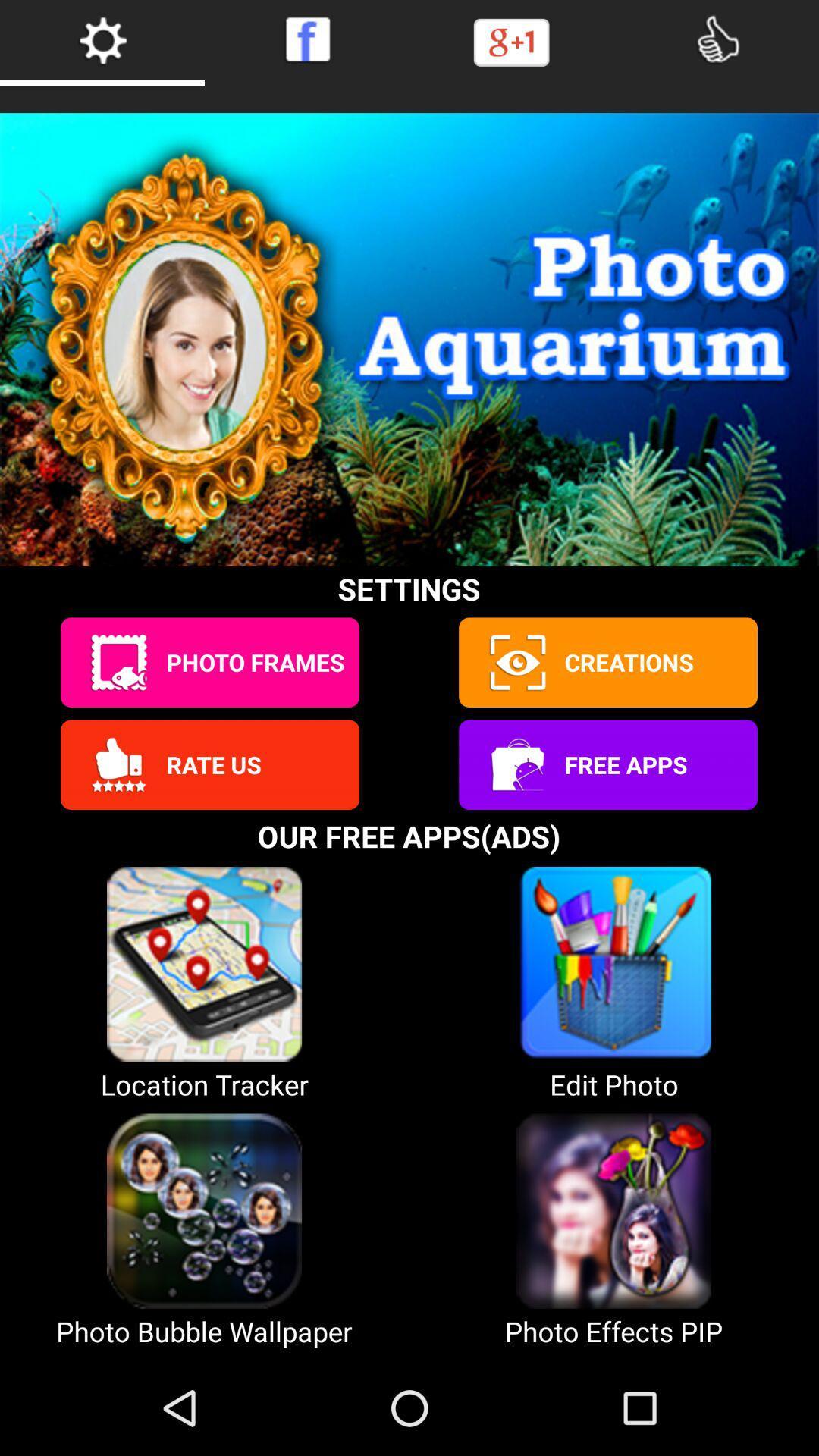 This screenshot has width=819, height=1456. Describe the element at coordinates (516, 764) in the screenshot. I see `advertisement` at that location.